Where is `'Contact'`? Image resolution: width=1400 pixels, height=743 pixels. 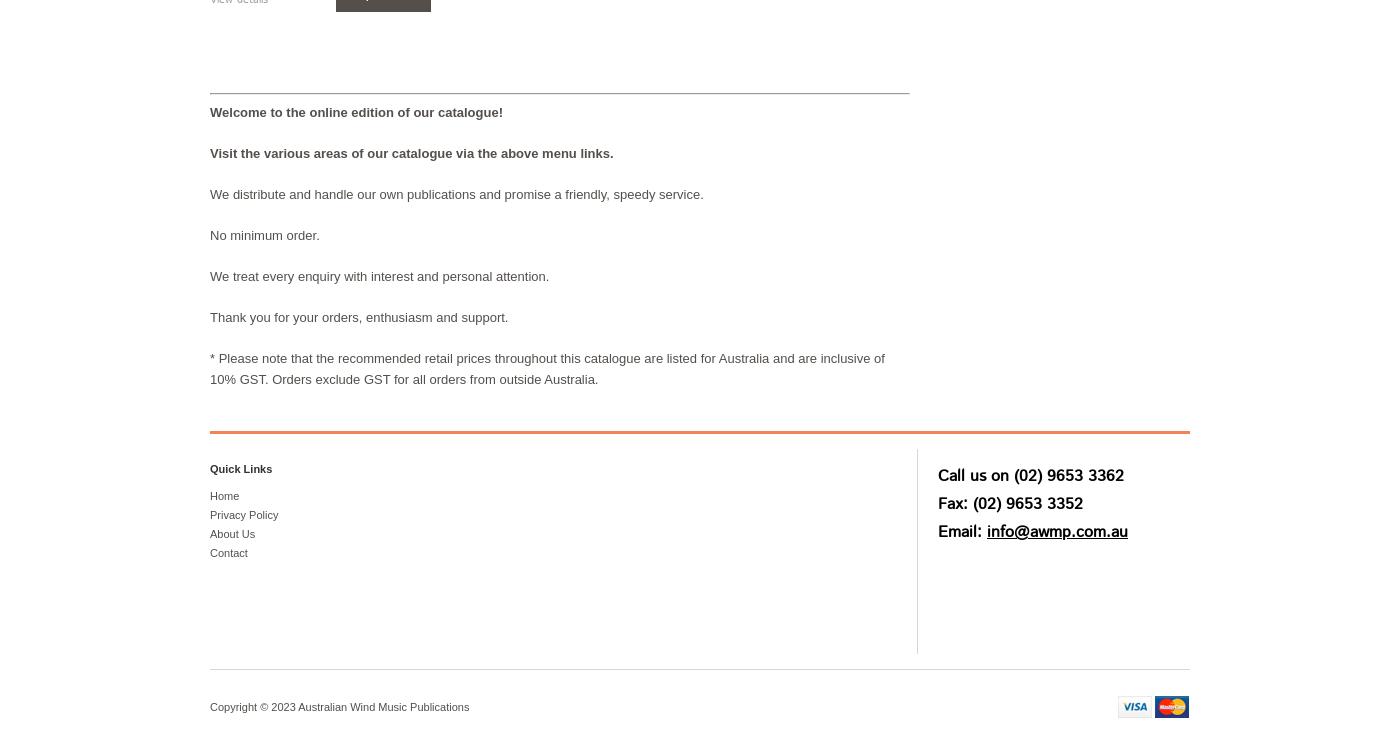 'Contact' is located at coordinates (228, 552).